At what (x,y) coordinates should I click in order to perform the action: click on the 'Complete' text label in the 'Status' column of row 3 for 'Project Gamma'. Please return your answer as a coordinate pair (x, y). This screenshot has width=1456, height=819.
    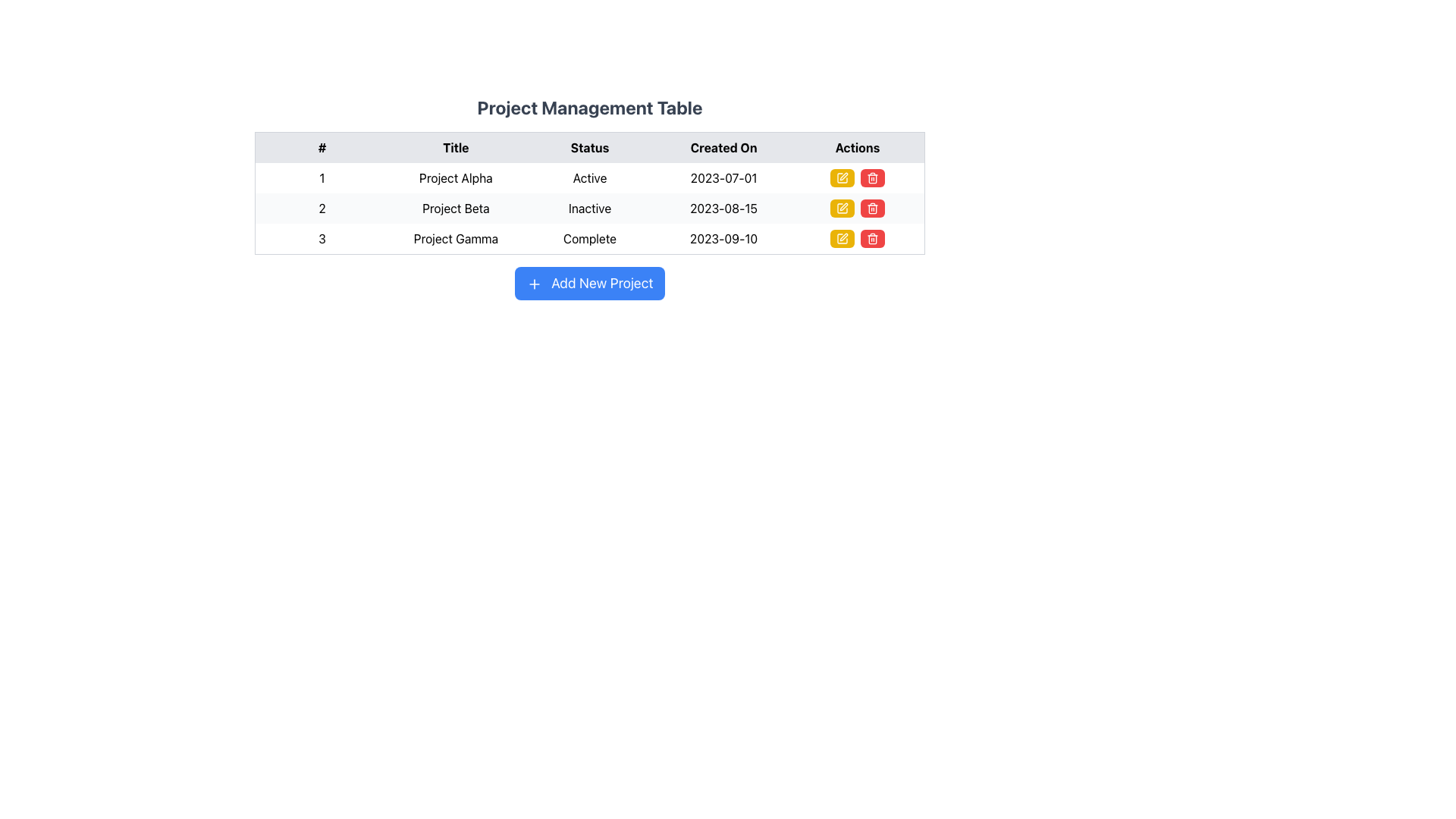
    Looking at the image, I should click on (588, 239).